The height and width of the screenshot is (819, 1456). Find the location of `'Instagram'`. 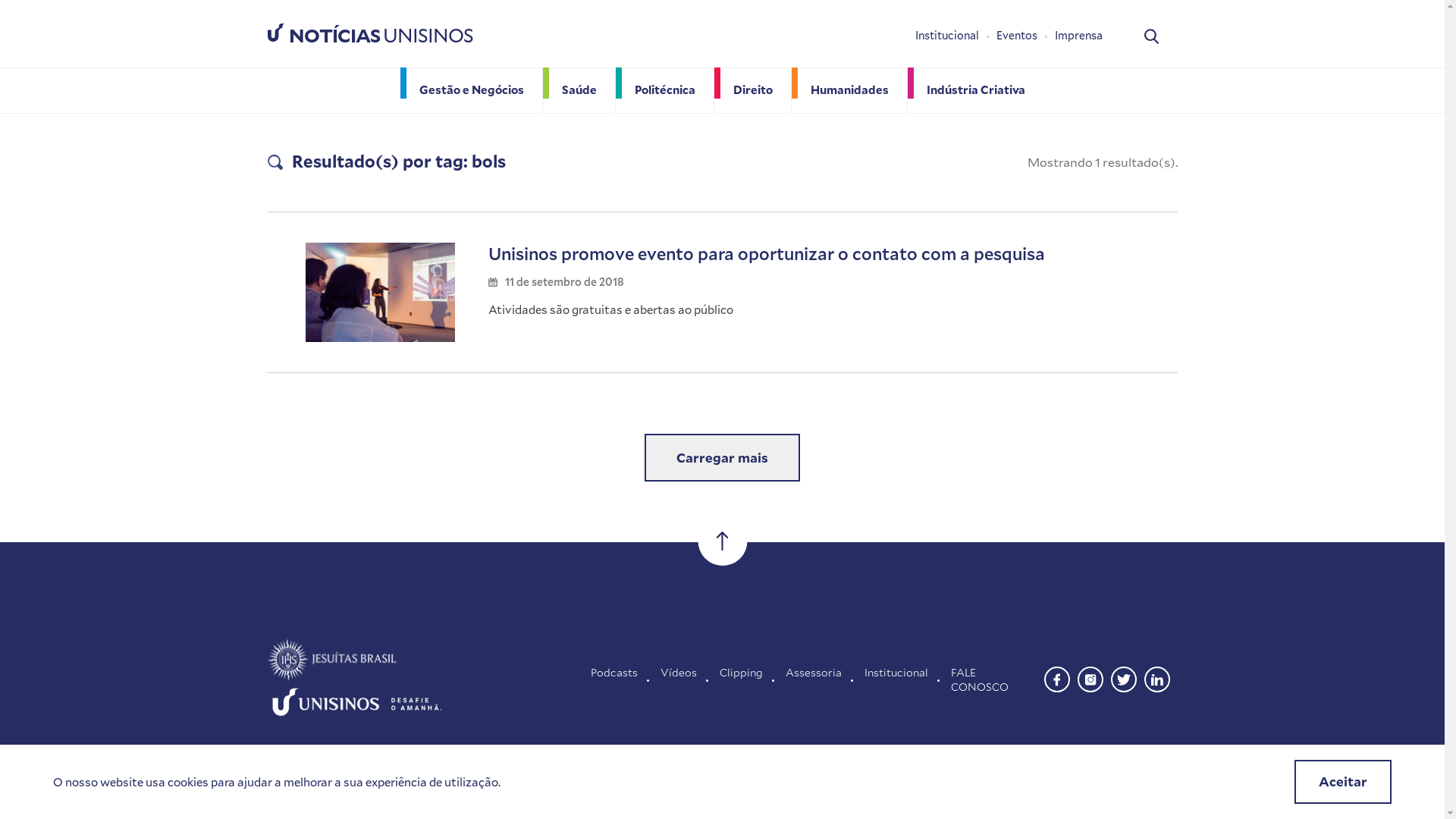

'Instagram' is located at coordinates (1088, 676).